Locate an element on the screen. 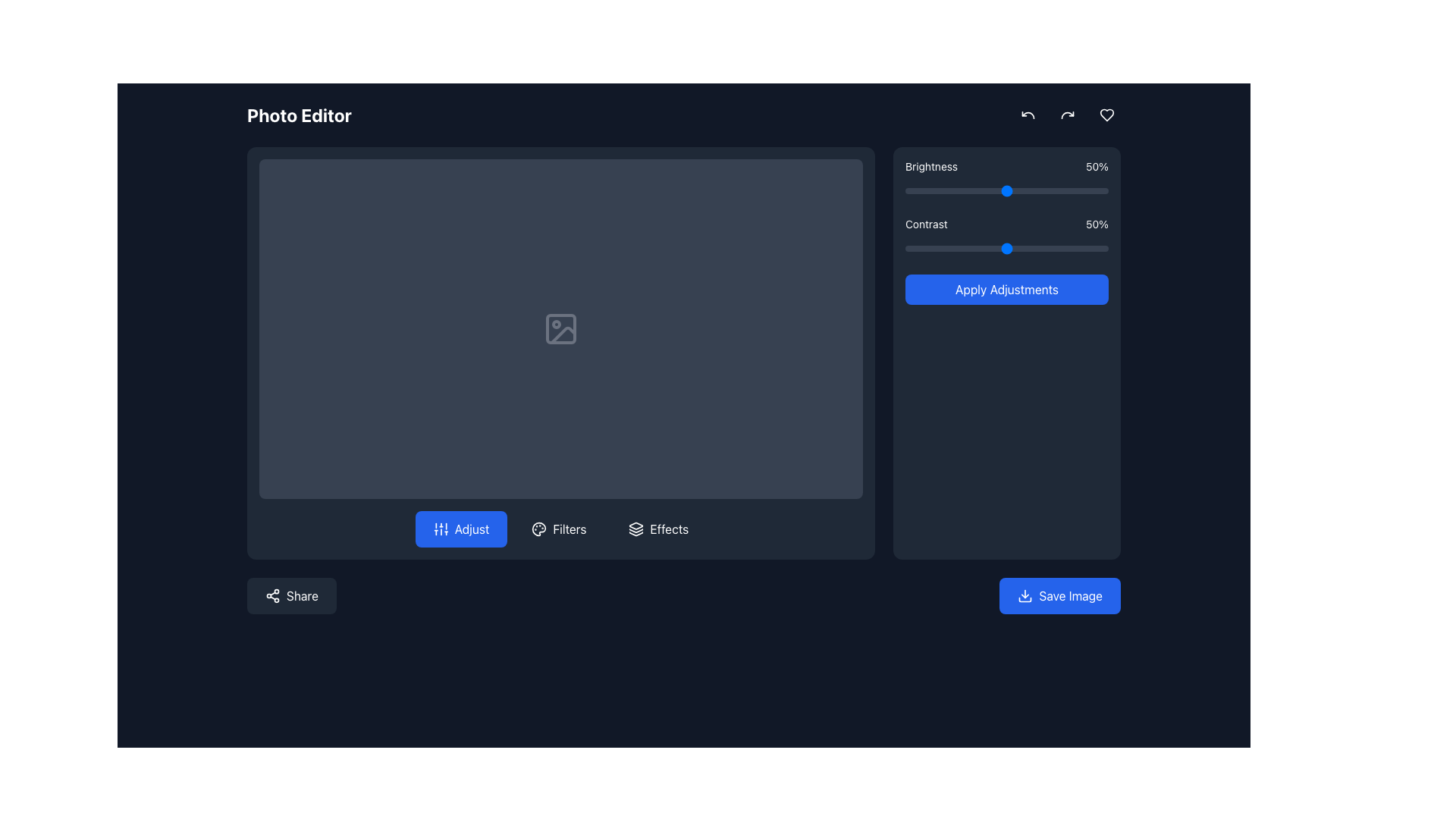 The height and width of the screenshot is (819, 1456). the 'Apply Adjustments' button located at the bottom of the right-hand panel, directly below the Brightness and Contrast sliders is located at coordinates (1007, 289).